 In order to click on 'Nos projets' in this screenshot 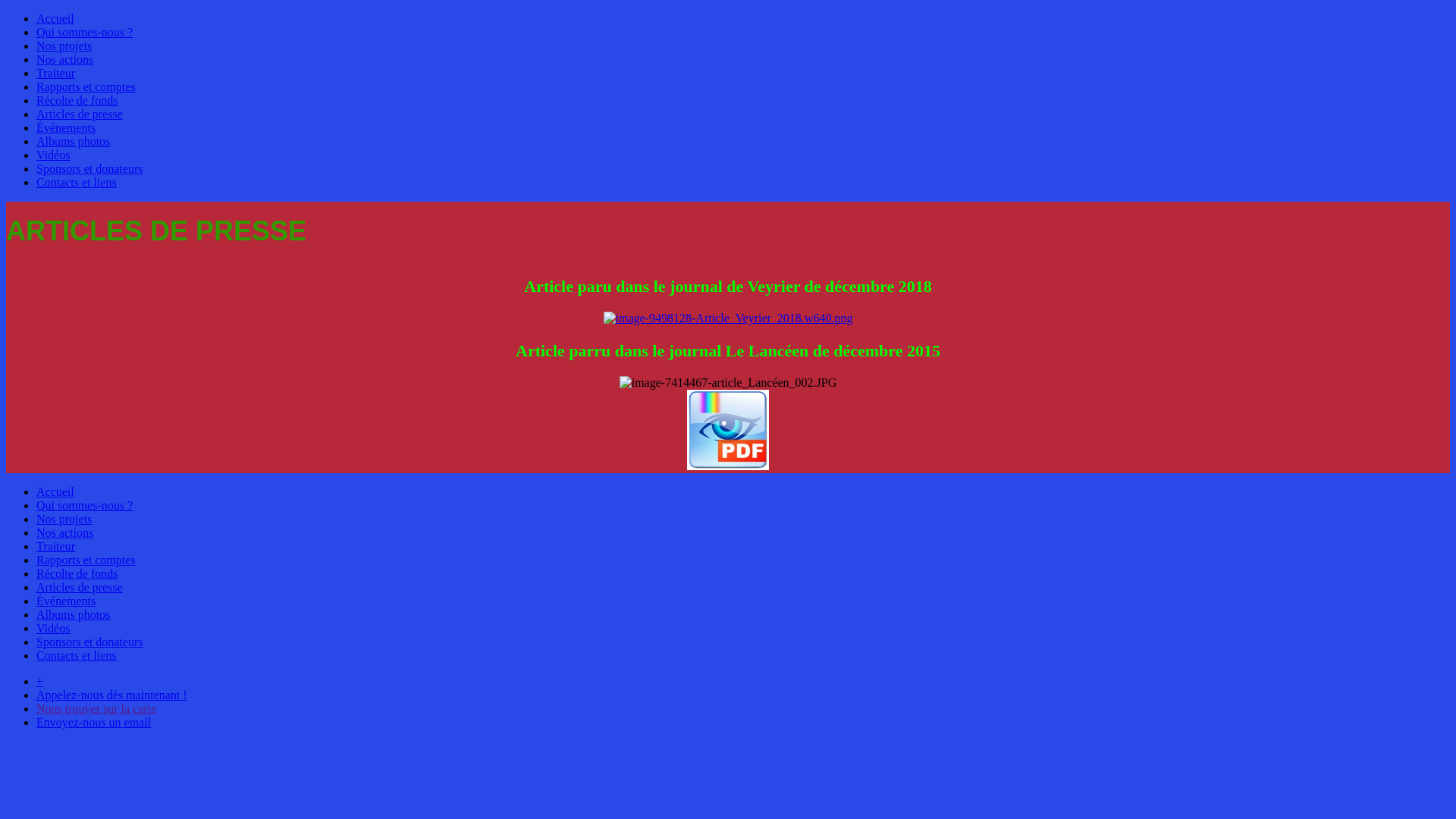, I will do `click(63, 518)`.